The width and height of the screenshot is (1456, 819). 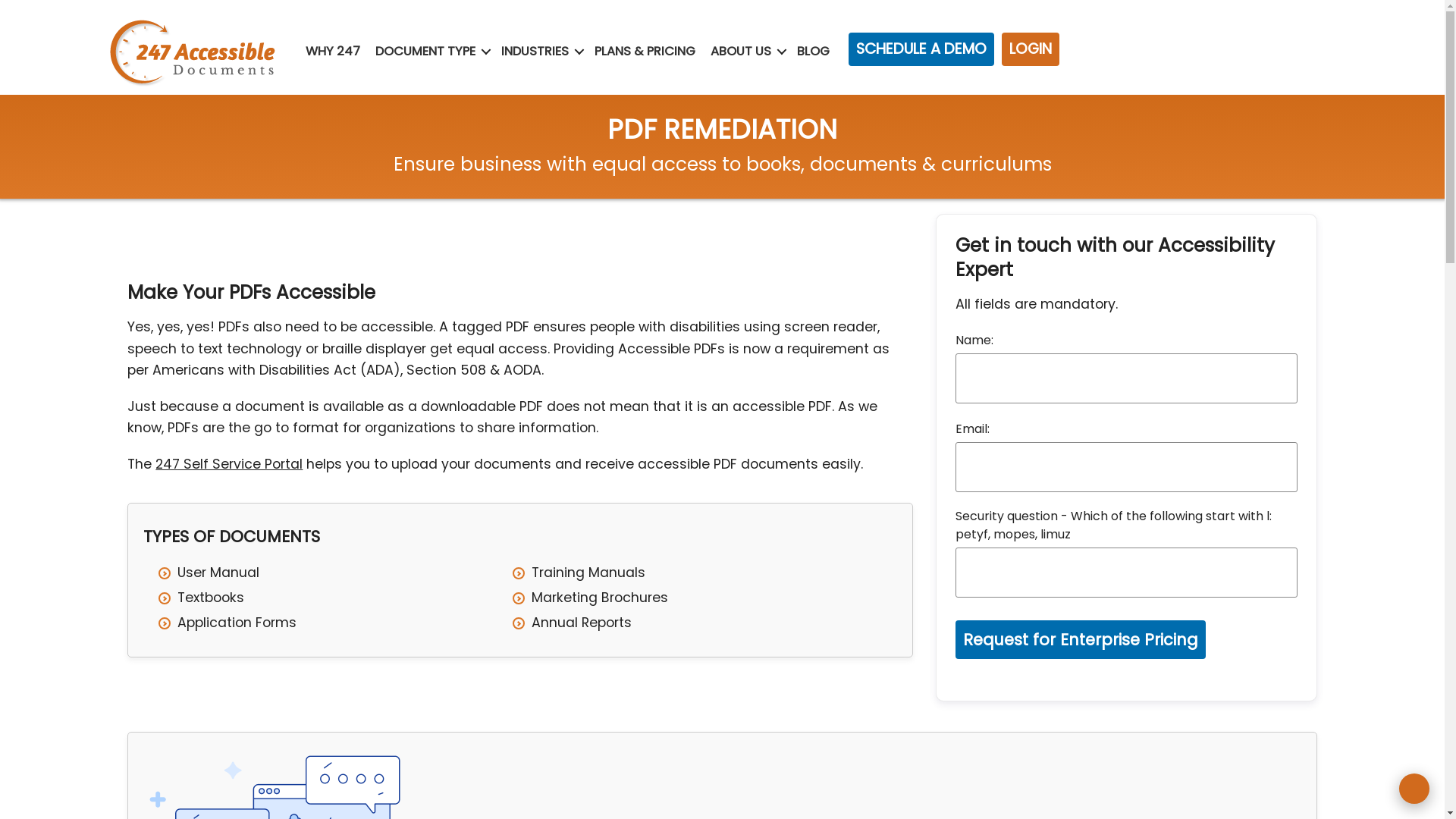 I want to click on 'INDUSTRIES', so click(x=535, y=51).